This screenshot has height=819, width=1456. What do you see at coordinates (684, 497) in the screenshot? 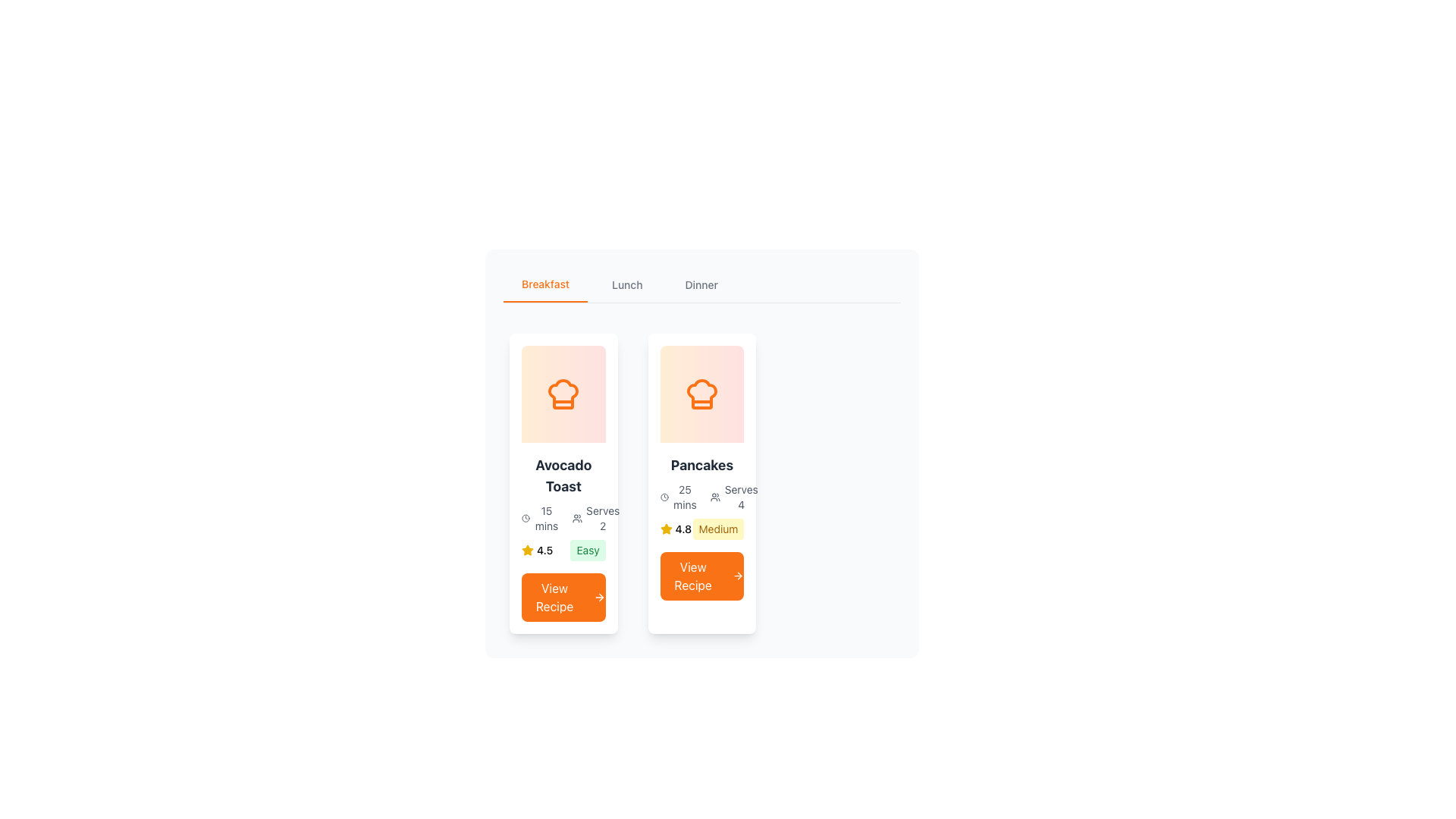
I see `the Text Display element showing '25 mins' which is located in the 'Pancakes' card, positioned below the chef's hat image and above the 'Serves' text` at bounding box center [684, 497].